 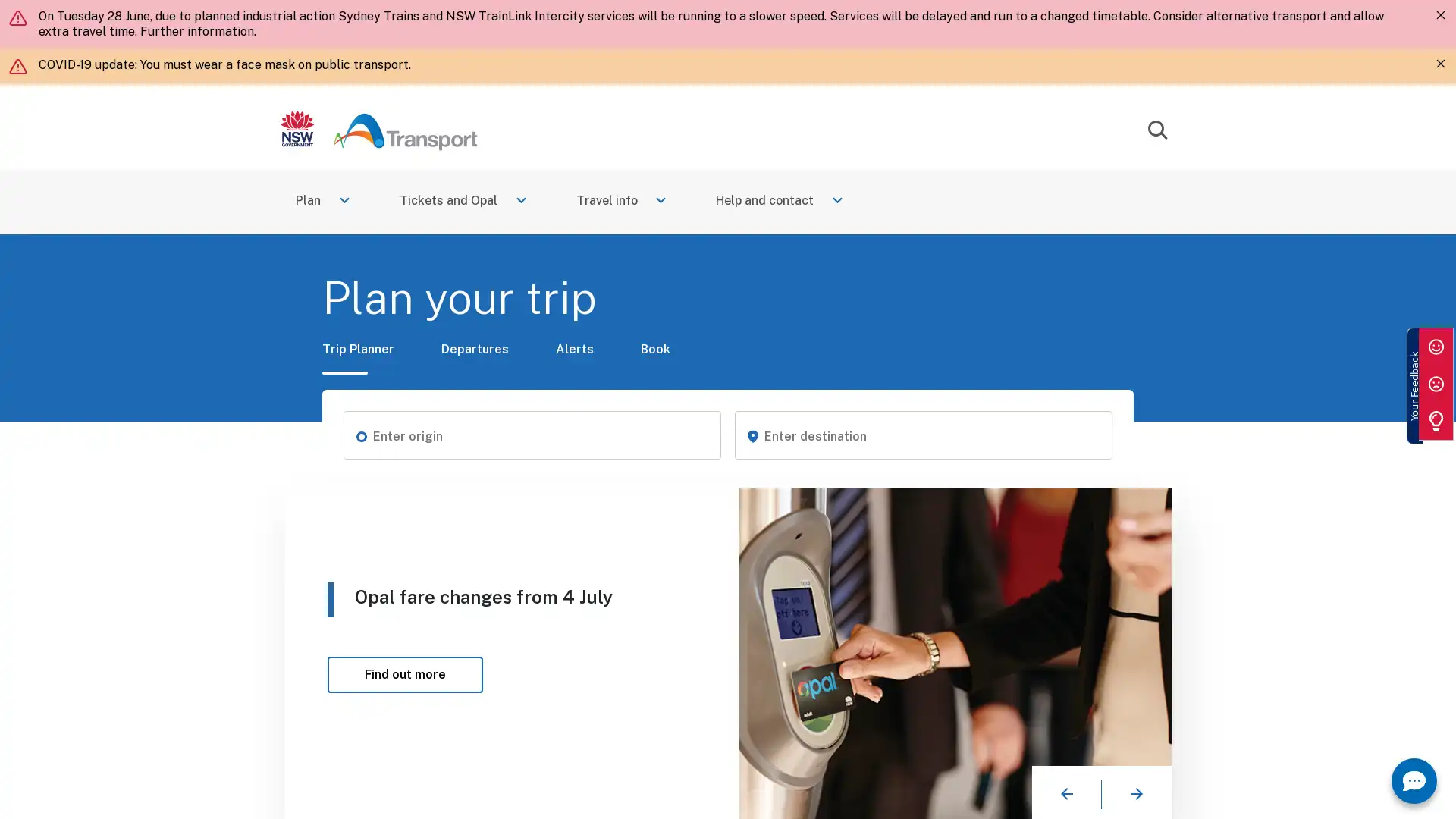 I want to click on search for stops, so click(x=752, y=435).